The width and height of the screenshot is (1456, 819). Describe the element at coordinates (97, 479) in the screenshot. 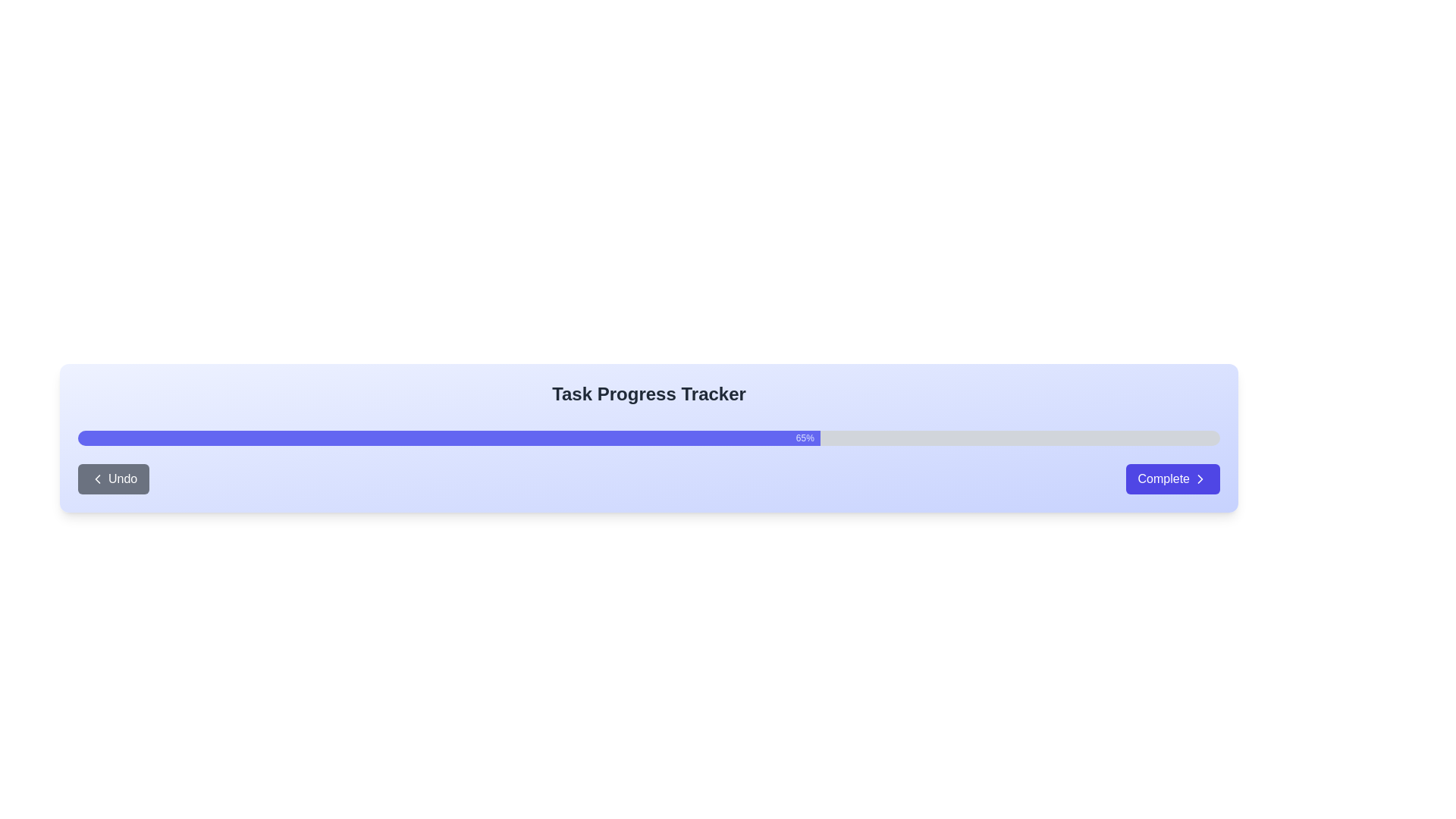

I see `the 'Undo' icon located at the left side of the 'Undo' button in the bottom-left corner of the interface` at that location.